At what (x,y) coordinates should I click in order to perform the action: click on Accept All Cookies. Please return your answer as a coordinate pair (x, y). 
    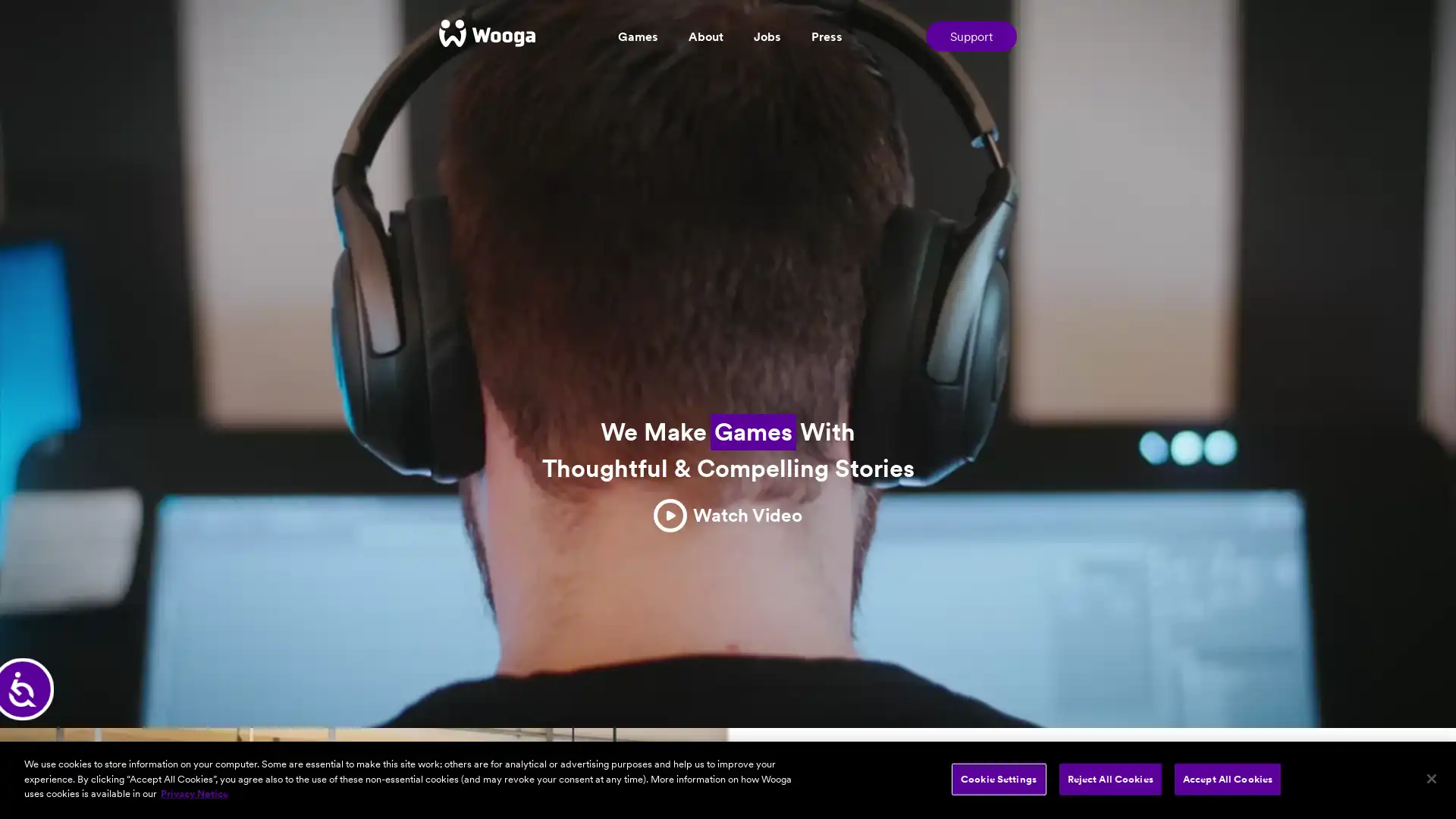
    Looking at the image, I should click on (1227, 778).